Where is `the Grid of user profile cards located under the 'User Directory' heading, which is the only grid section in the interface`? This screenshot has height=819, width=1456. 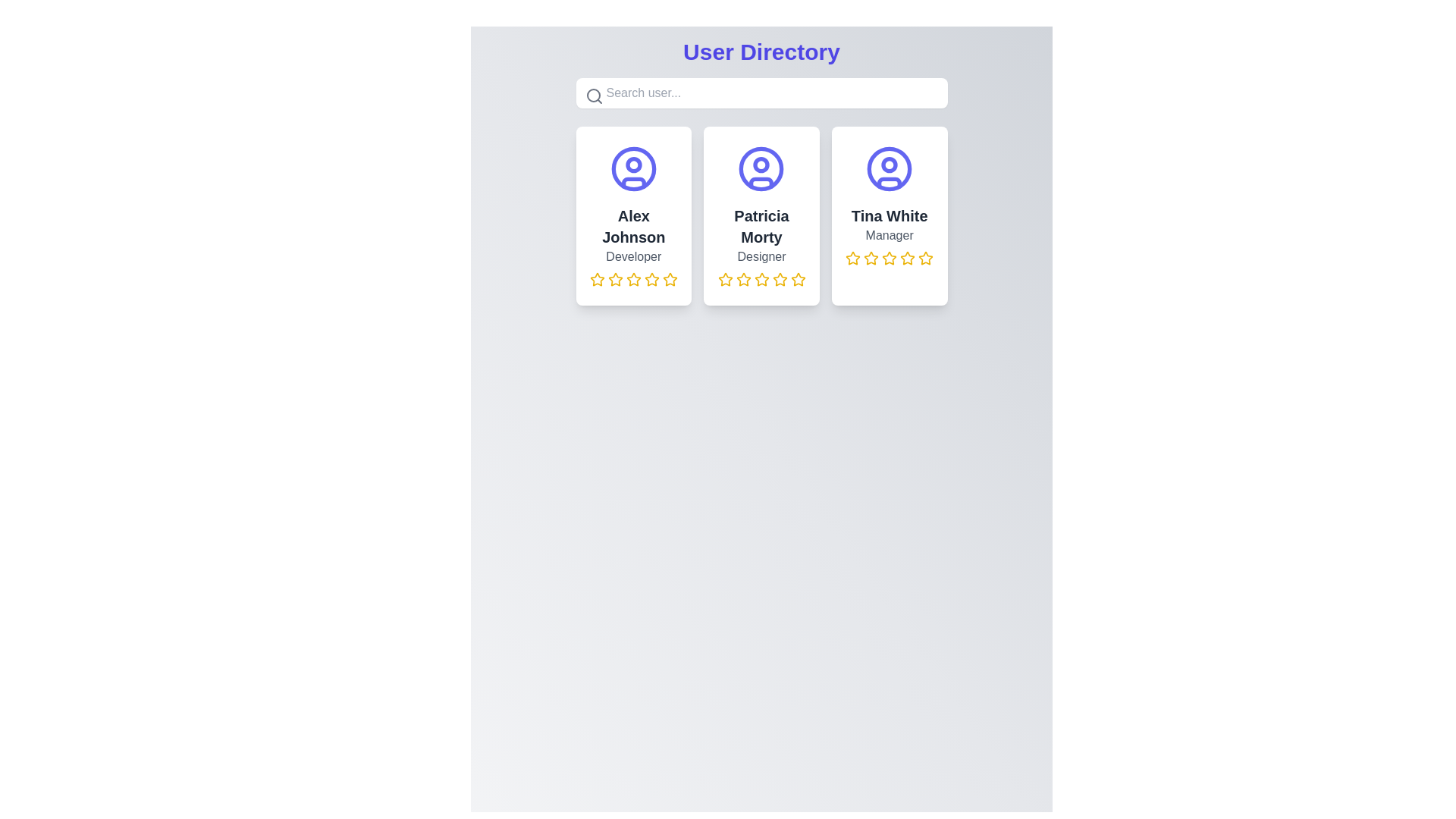
the Grid of user profile cards located under the 'User Directory' heading, which is the only grid section in the interface is located at coordinates (761, 216).